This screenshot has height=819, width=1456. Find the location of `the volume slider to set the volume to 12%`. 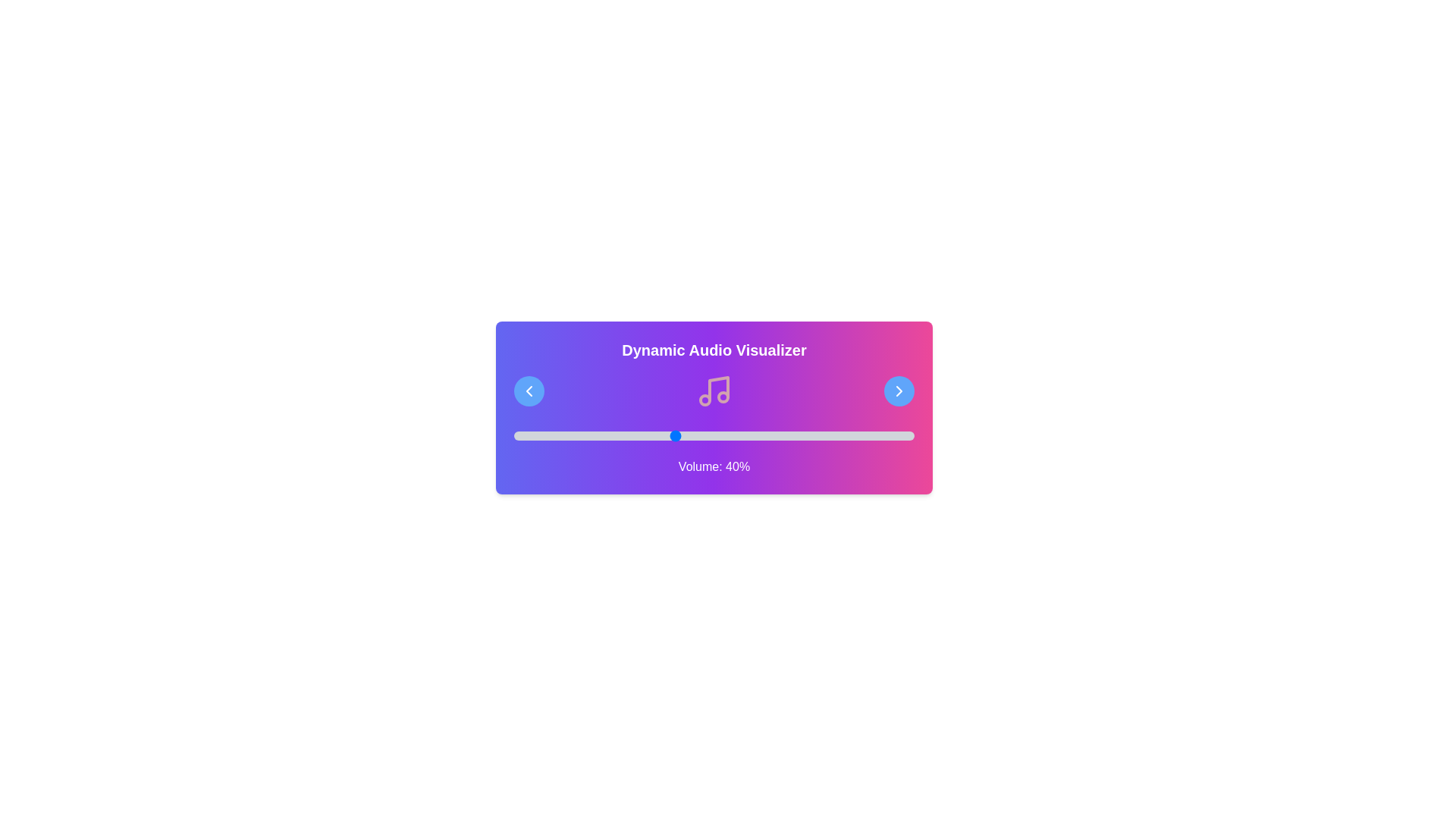

the volume slider to set the volume to 12% is located at coordinates (561, 435).